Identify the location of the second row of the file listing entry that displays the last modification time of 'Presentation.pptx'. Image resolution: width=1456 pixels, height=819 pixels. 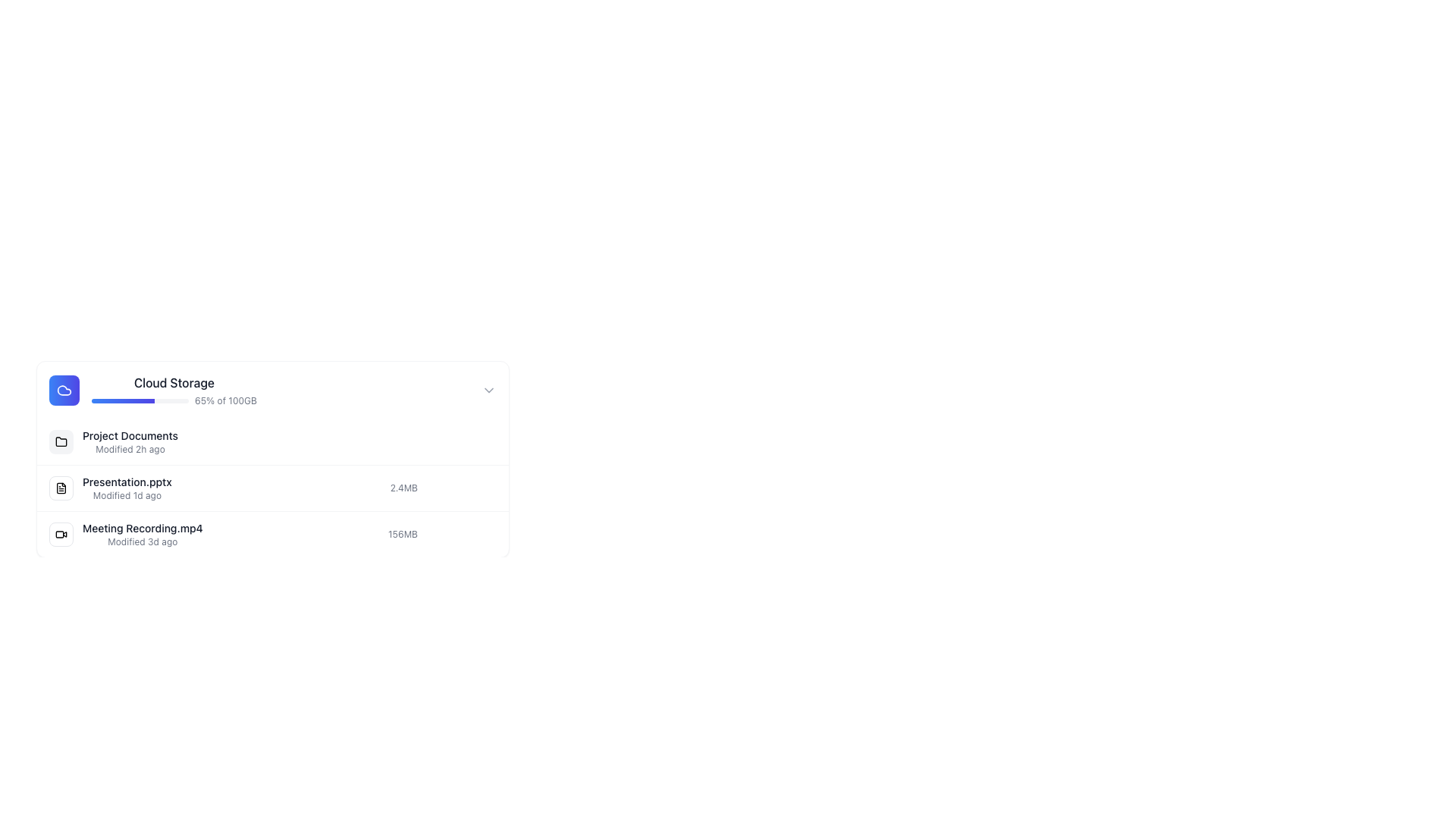
(127, 488).